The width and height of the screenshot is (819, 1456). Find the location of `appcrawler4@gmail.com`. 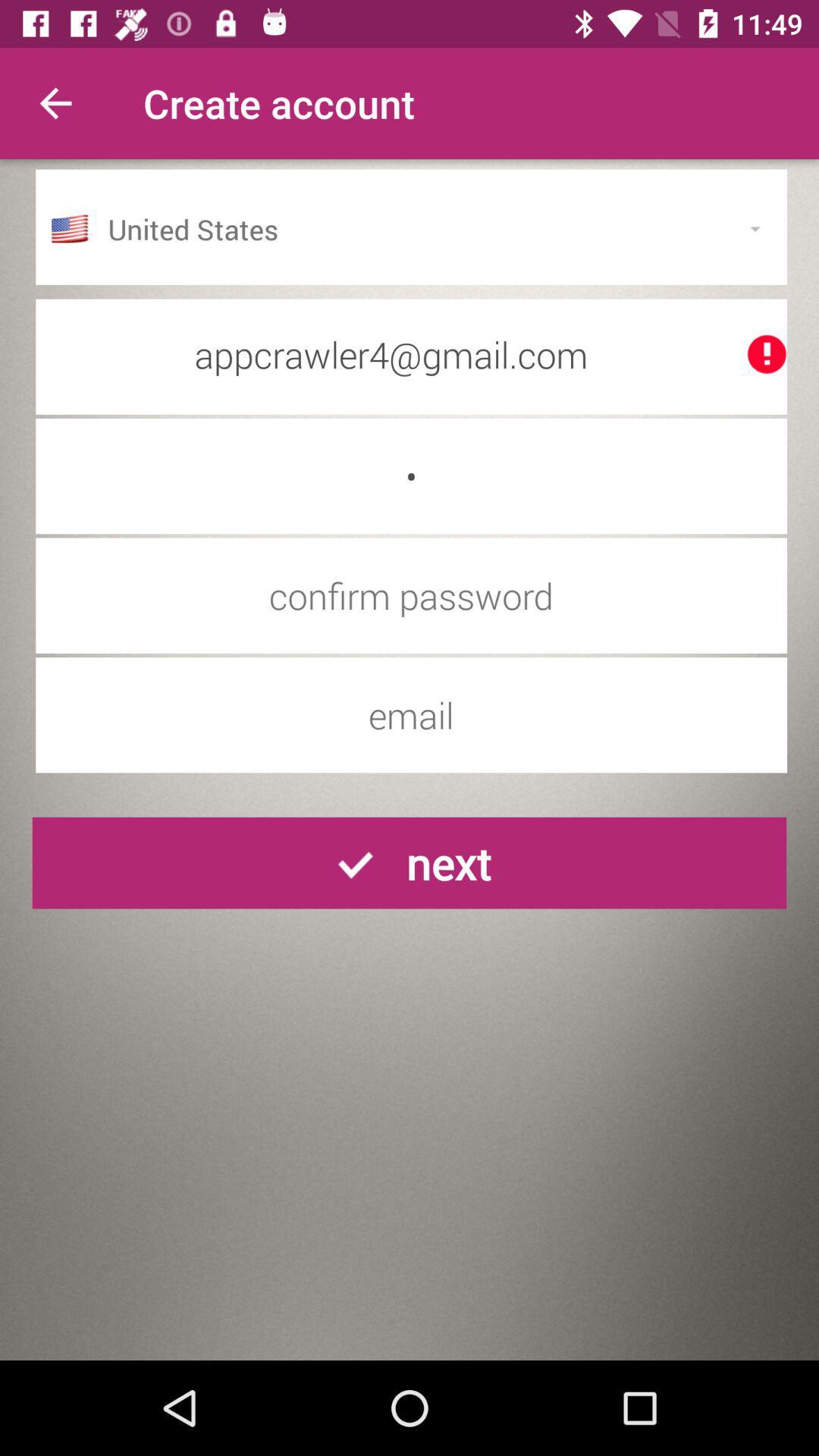

appcrawler4@gmail.com is located at coordinates (411, 353).